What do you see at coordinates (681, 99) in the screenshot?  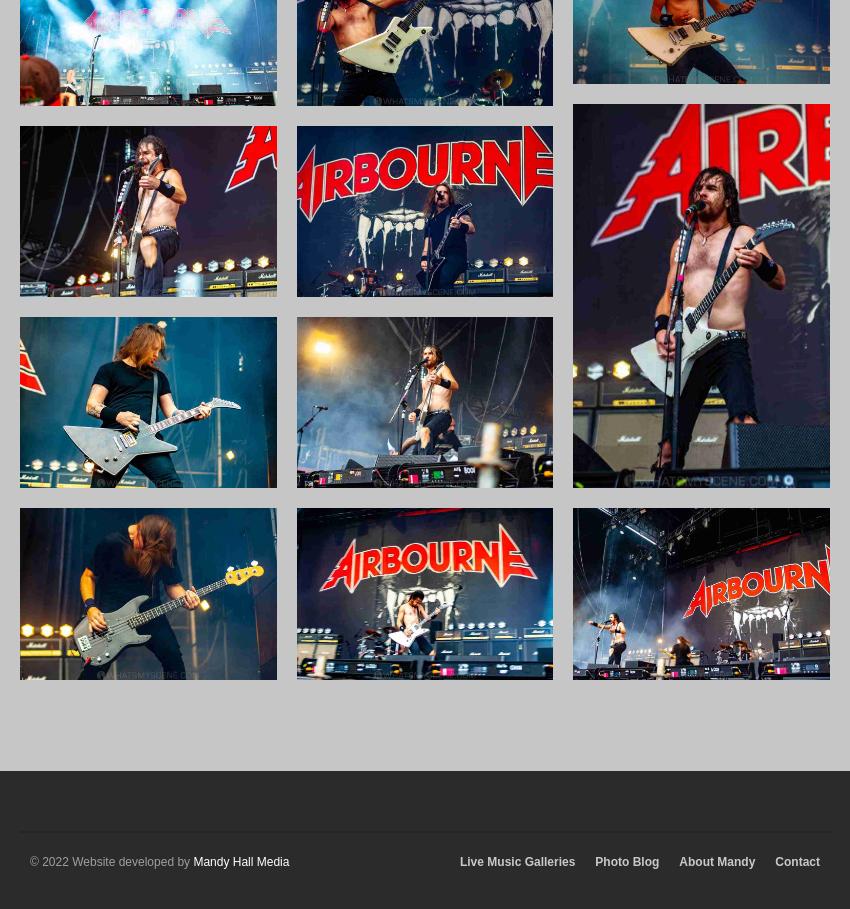 I see `'November 2019'` at bounding box center [681, 99].